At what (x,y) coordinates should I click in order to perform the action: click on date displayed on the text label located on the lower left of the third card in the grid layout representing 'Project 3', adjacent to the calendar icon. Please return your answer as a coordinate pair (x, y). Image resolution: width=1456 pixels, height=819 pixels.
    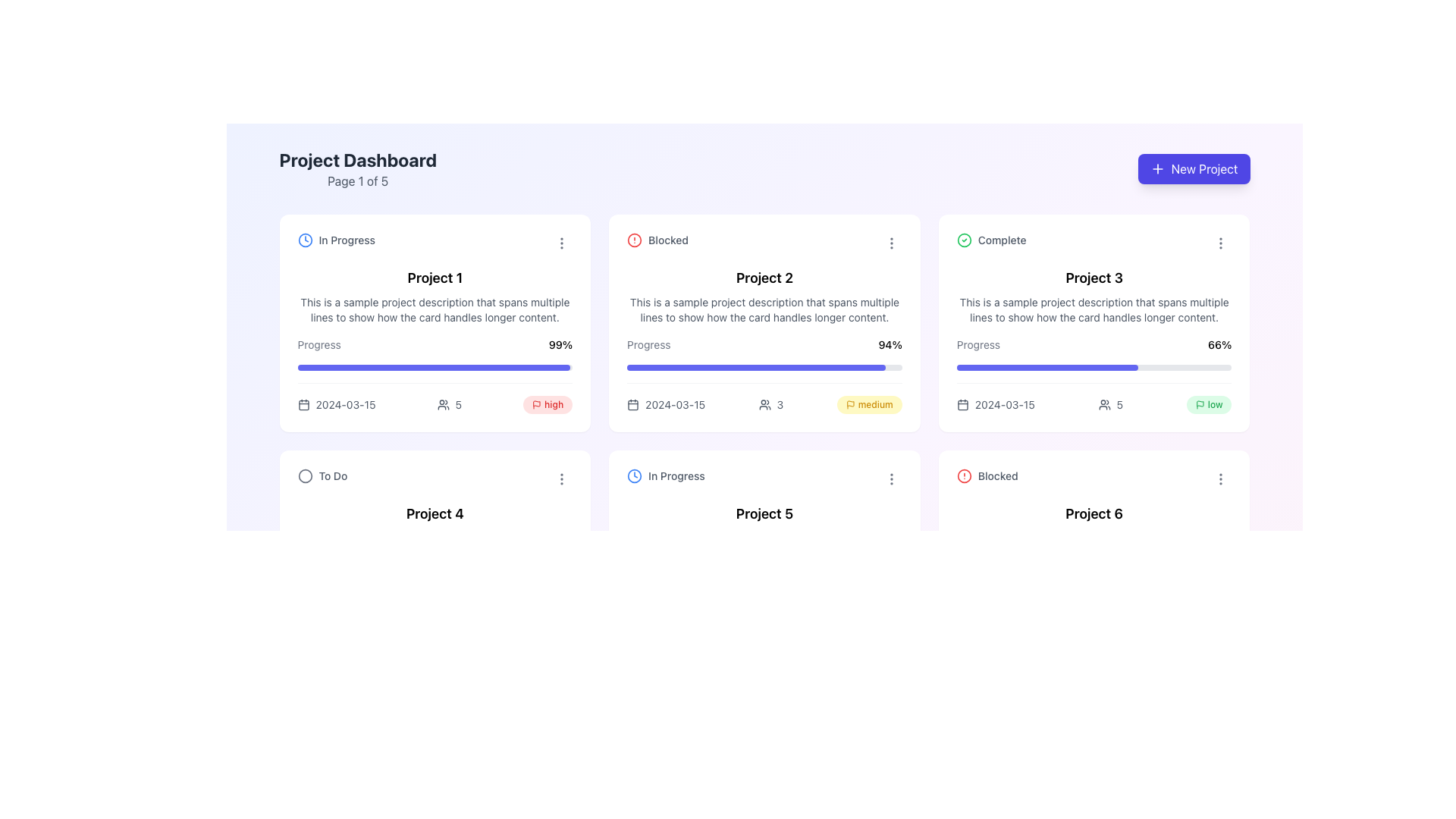
    Looking at the image, I should click on (1005, 403).